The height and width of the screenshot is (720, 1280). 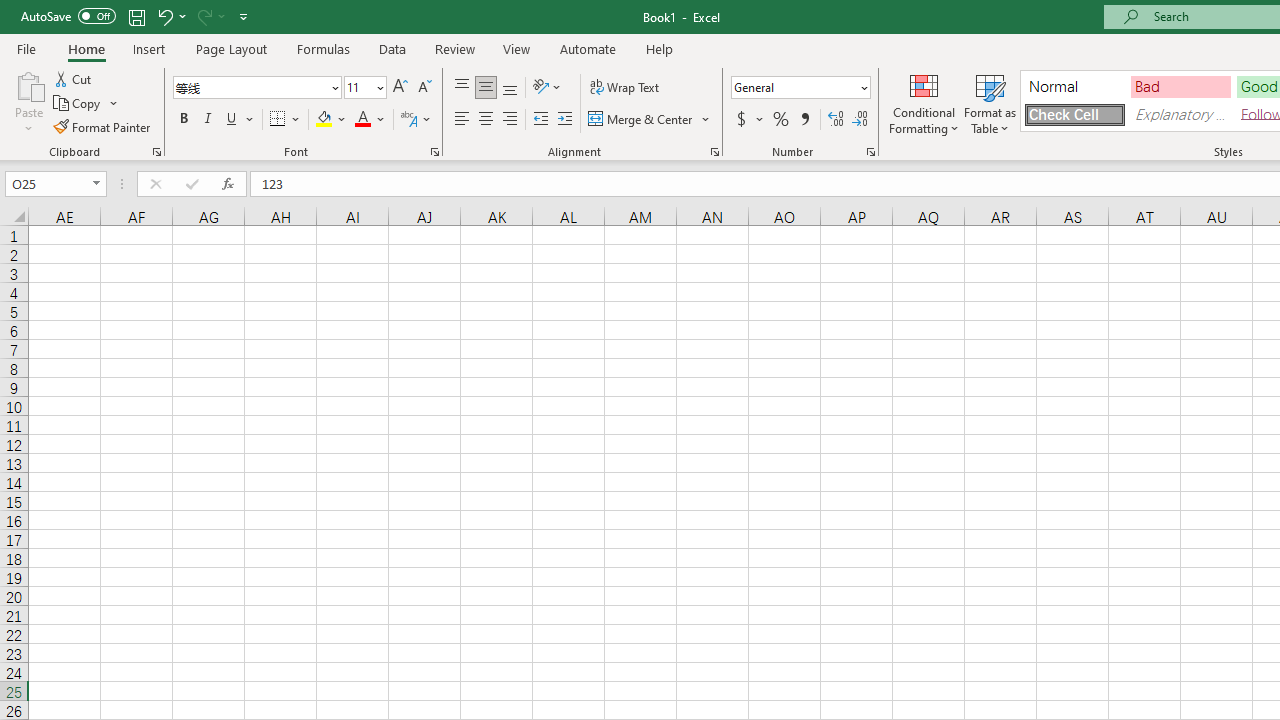 What do you see at coordinates (240, 119) in the screenshot?
I see `'Underline'` at bounding box center [240, 119].